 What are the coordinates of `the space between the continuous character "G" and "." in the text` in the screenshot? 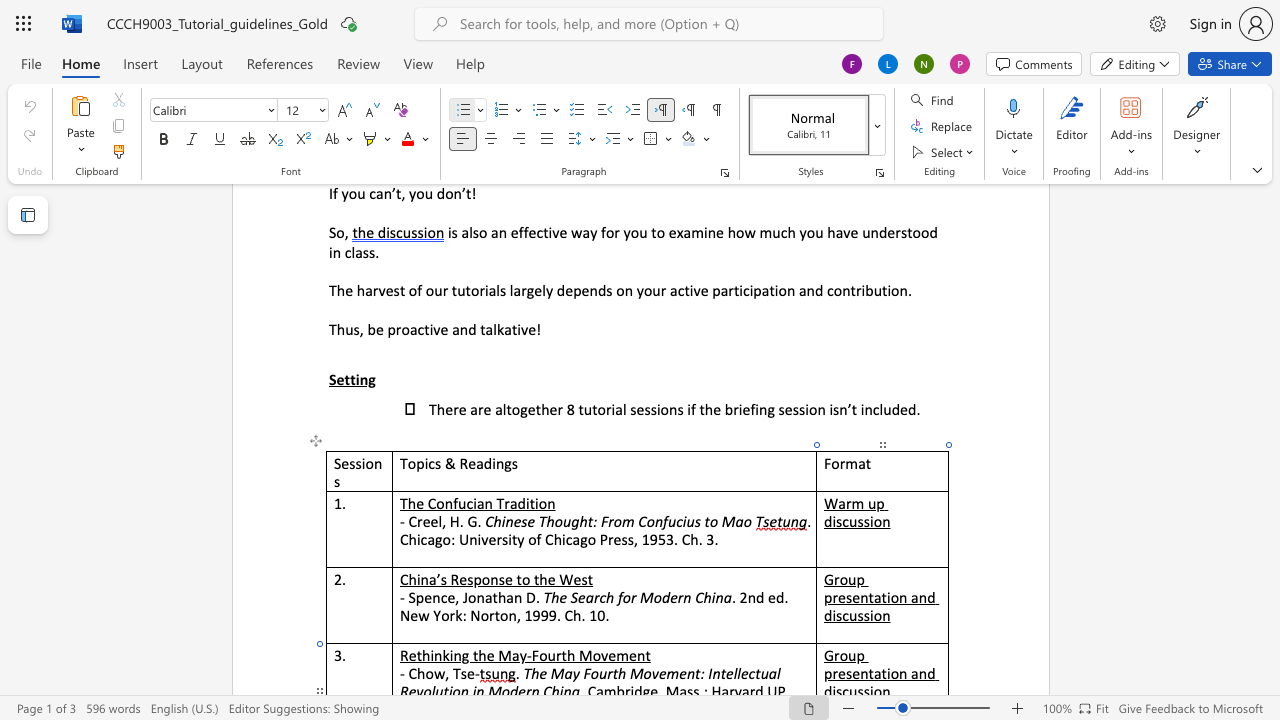 It's located at (475, 520).